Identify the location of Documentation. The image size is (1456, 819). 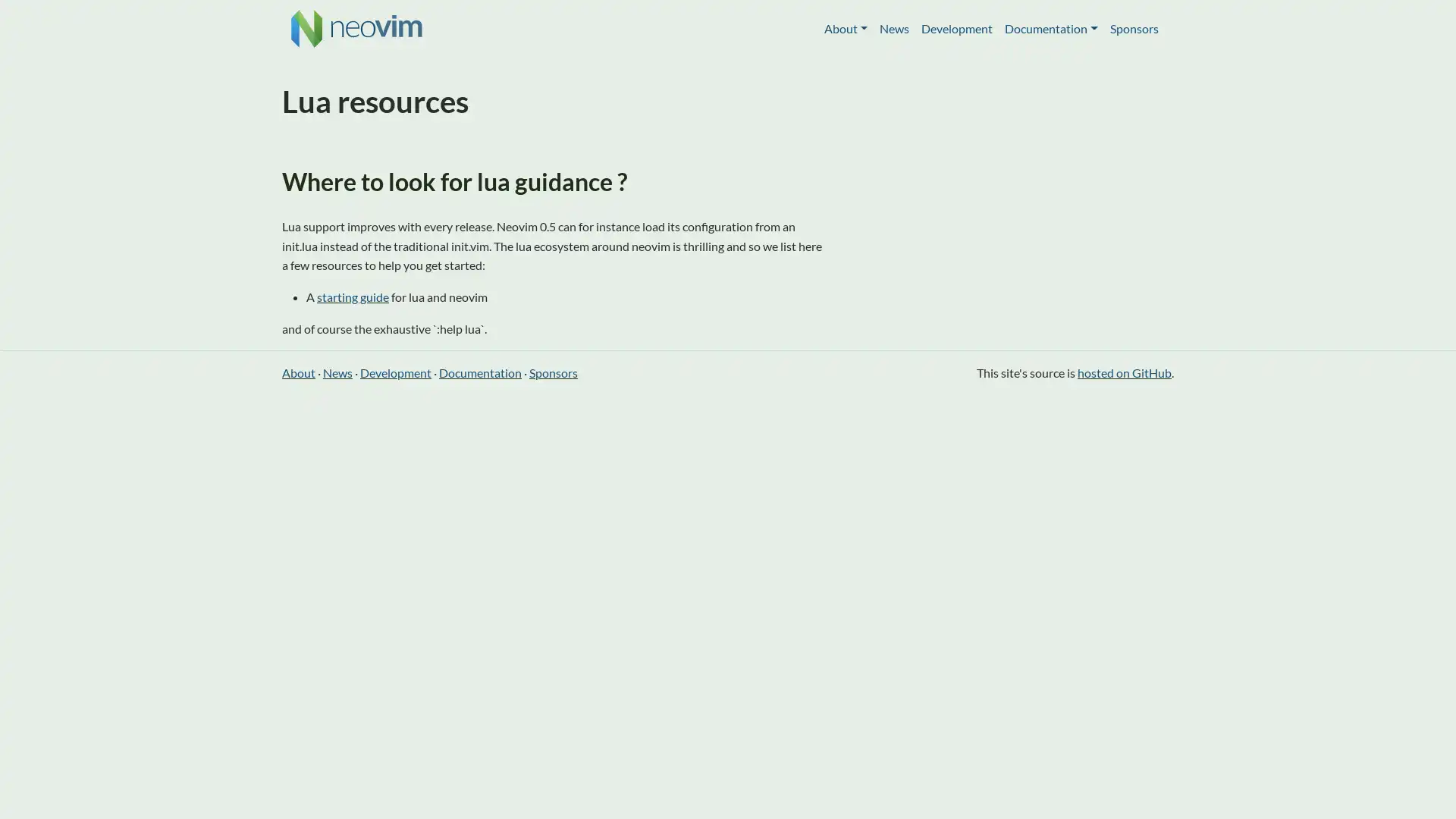
(1050, 28).